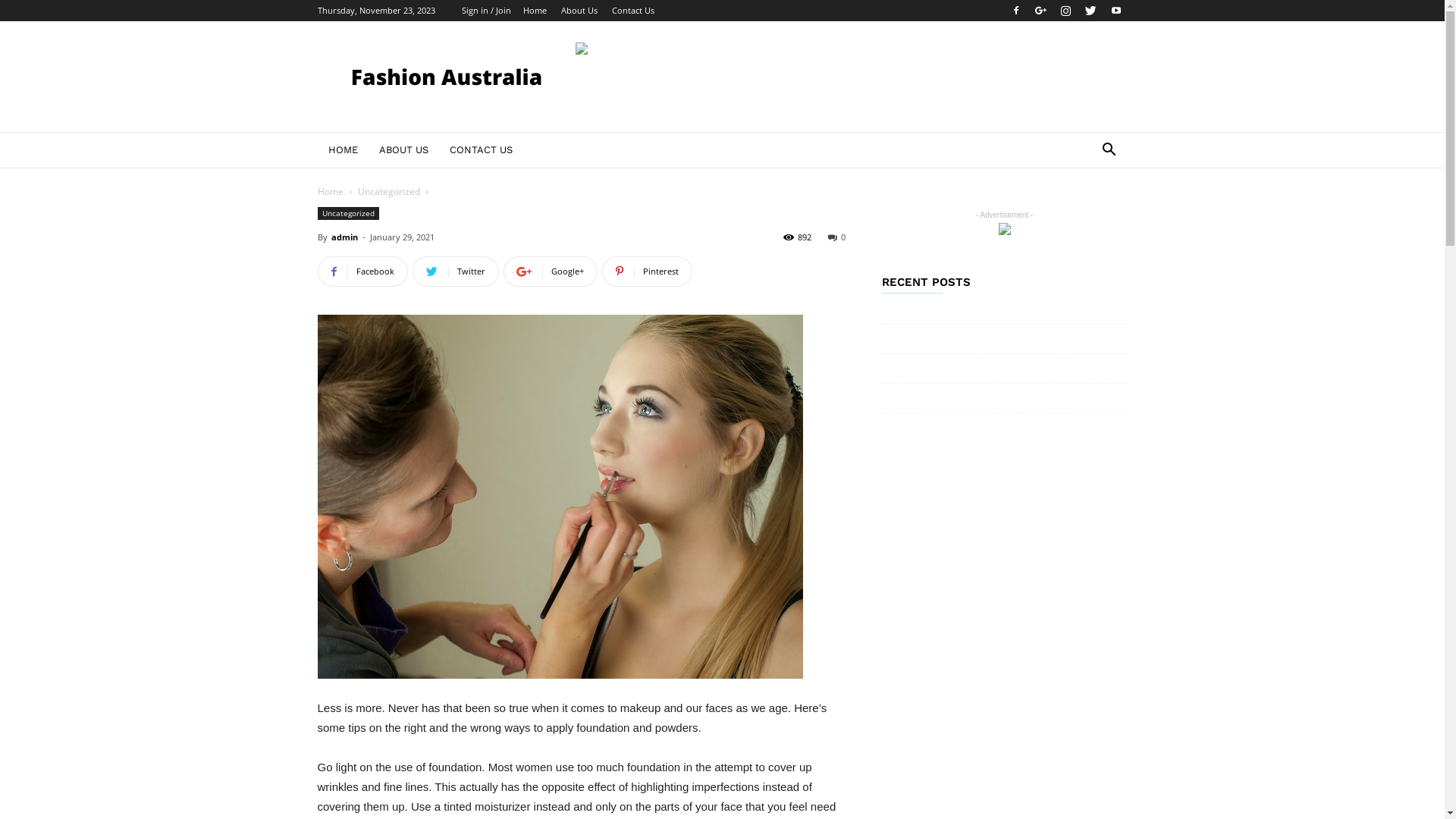 The image size is (1456, 819). I want to click on 'ABOUT US', so click(368, 149).